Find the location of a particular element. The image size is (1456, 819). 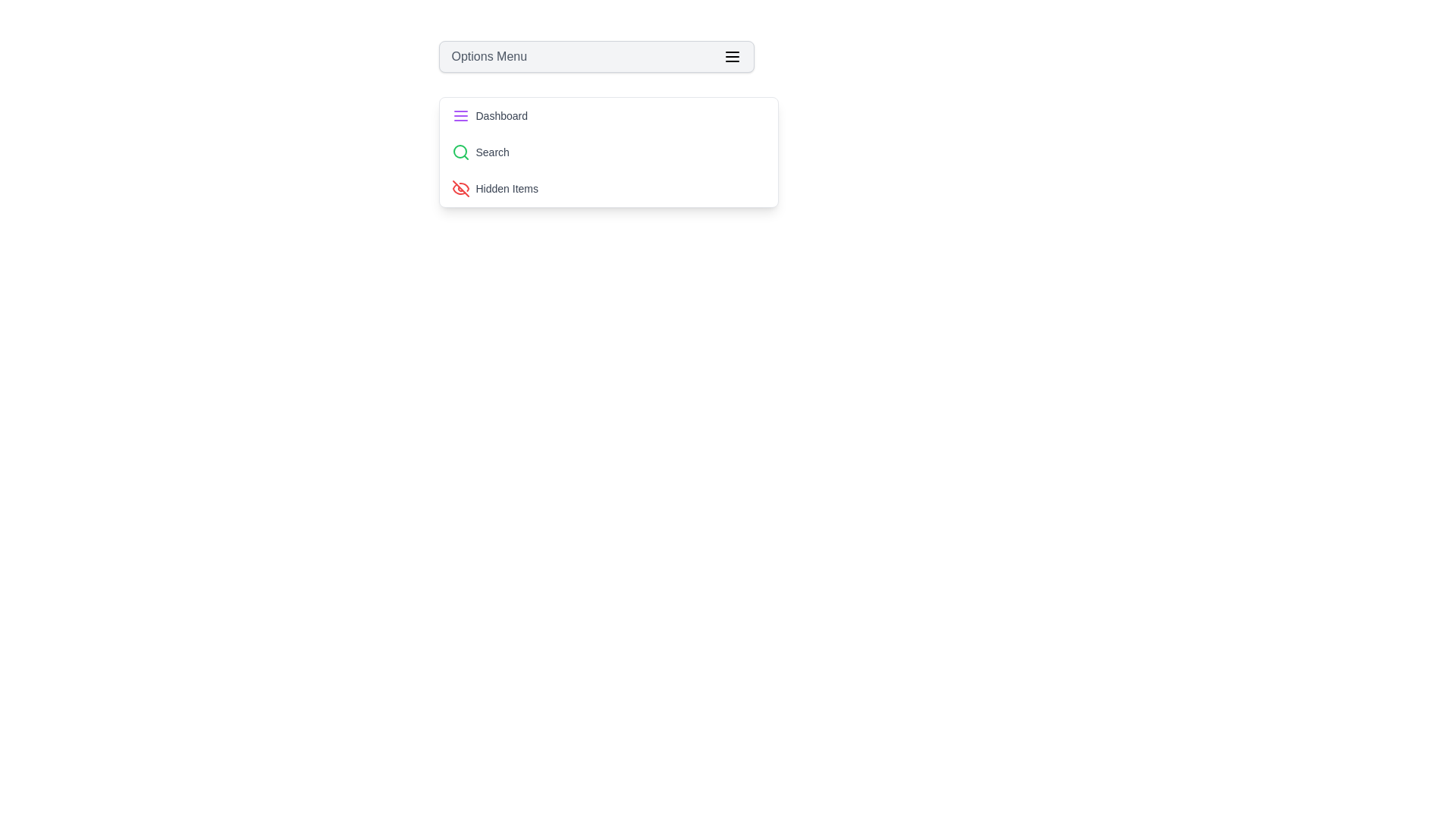

to select the 'Hidden Items' menu item, which is the third item in the dropdown menu below 'Dashboard' and 'Search', and is identified by its small red eye icon indicating visibility or hidden status is located at coordinates (608, 188).